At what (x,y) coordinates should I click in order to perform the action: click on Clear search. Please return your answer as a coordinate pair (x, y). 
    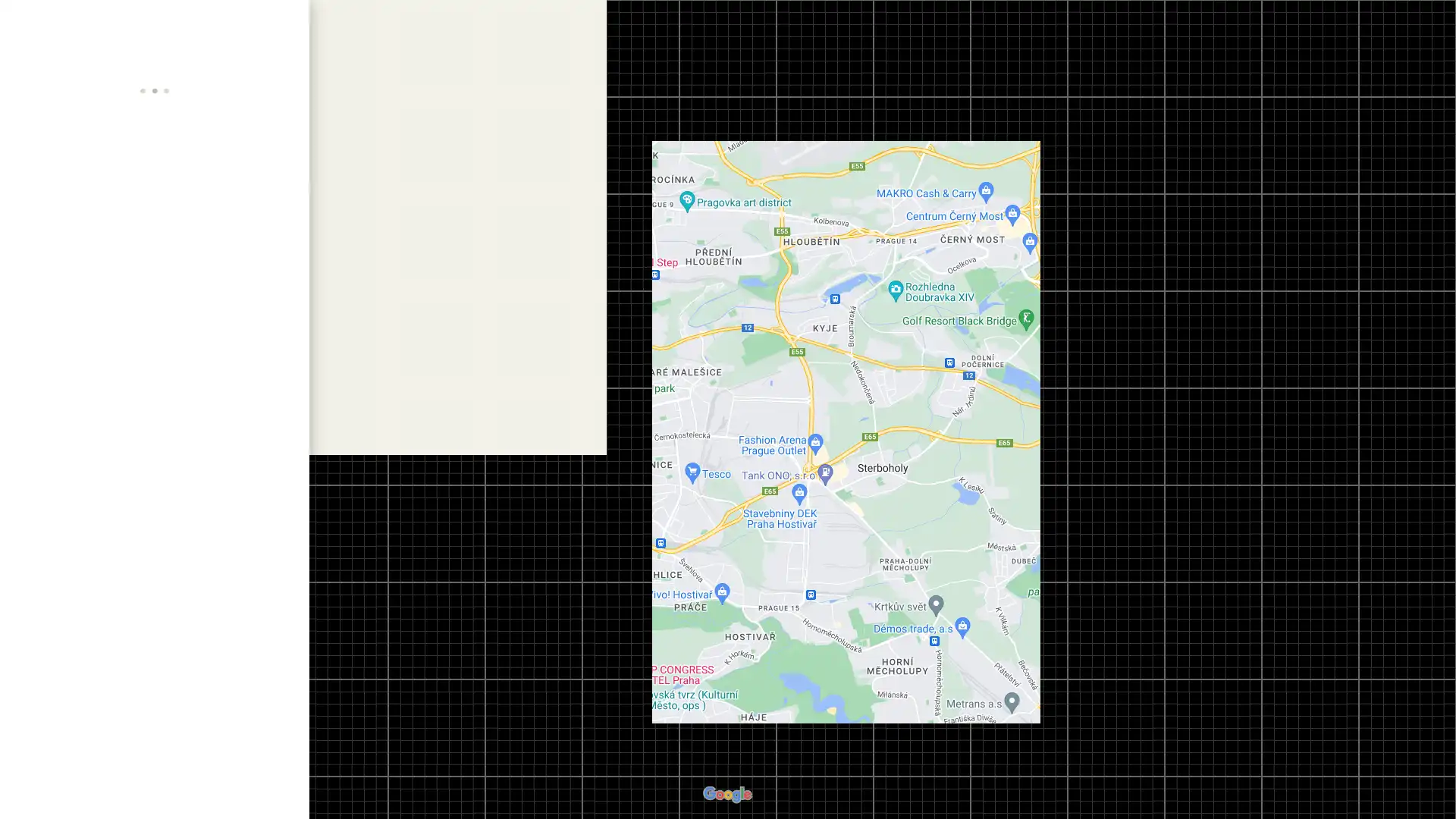
    Looking at the image, I should click on (283, 24).